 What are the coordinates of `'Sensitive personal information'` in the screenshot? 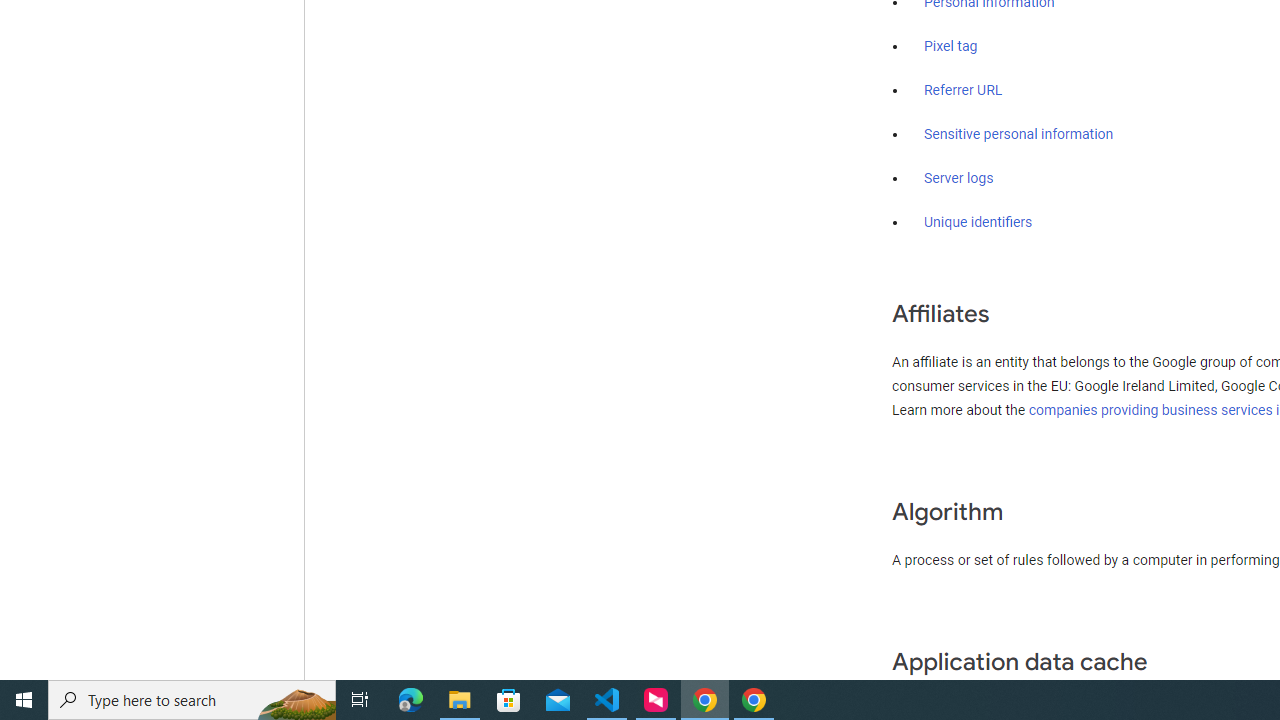 It's located at (1018, 135).